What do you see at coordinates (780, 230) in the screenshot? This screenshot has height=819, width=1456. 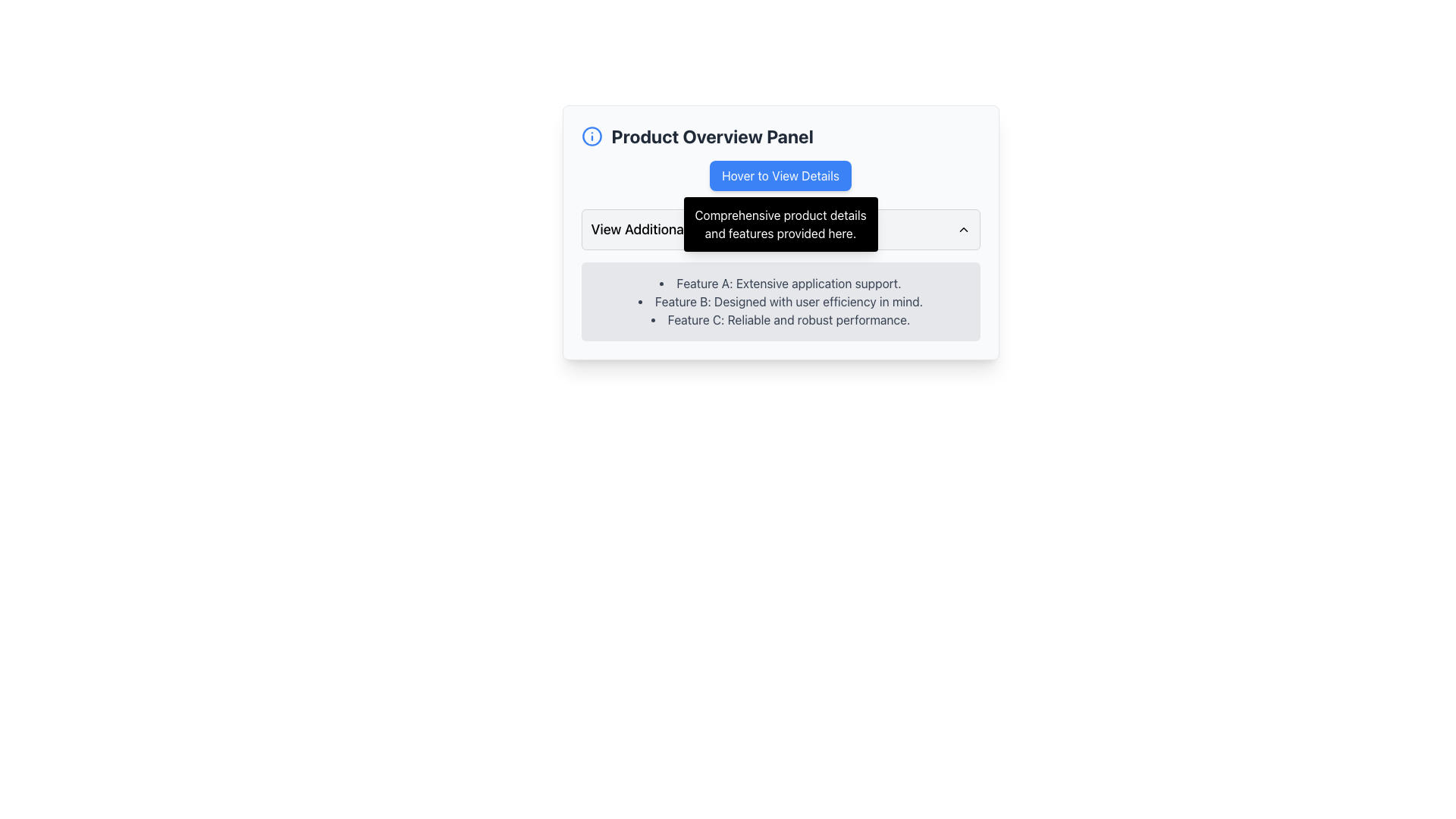 I see `the dropdown header labeled 'View Additional Features'` at bounding box center [780, 230].